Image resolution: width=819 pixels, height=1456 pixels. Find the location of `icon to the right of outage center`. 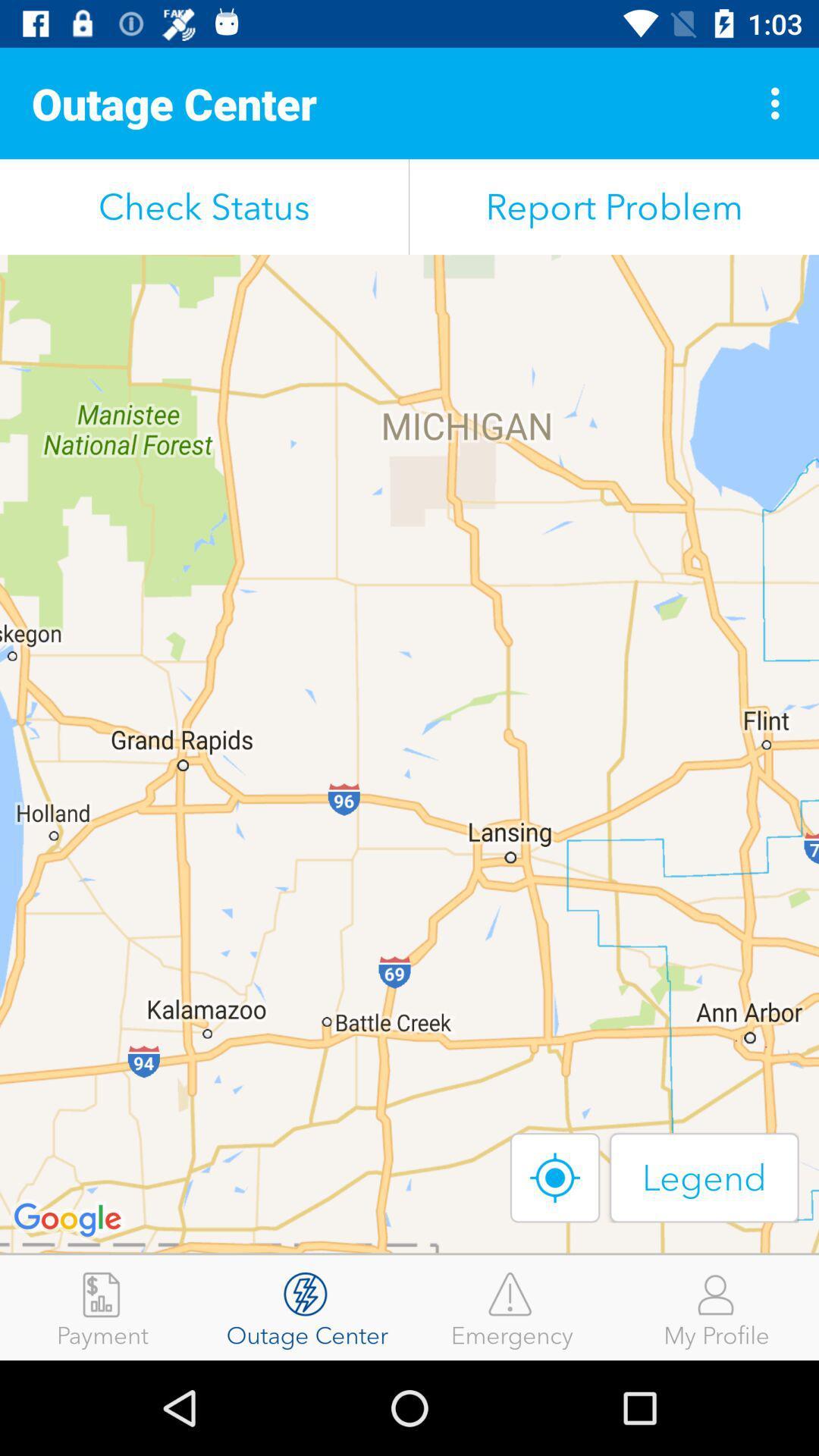

icon to the right of outage center is located at coordinates (512, 1307).